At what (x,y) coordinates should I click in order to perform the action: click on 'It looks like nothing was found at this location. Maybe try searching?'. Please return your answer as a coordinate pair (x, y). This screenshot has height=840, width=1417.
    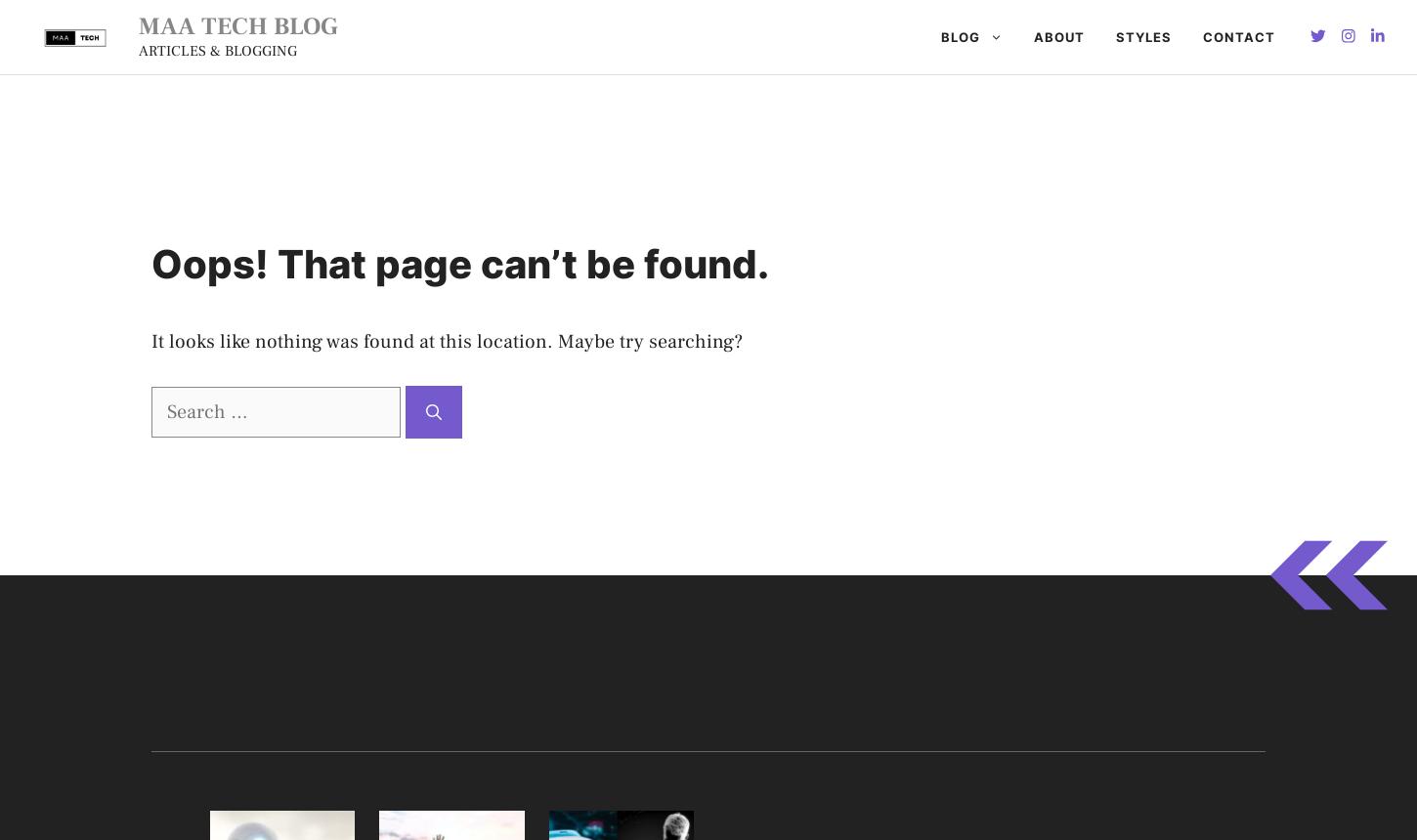
    Looking at the image, I should click on (446, 342).